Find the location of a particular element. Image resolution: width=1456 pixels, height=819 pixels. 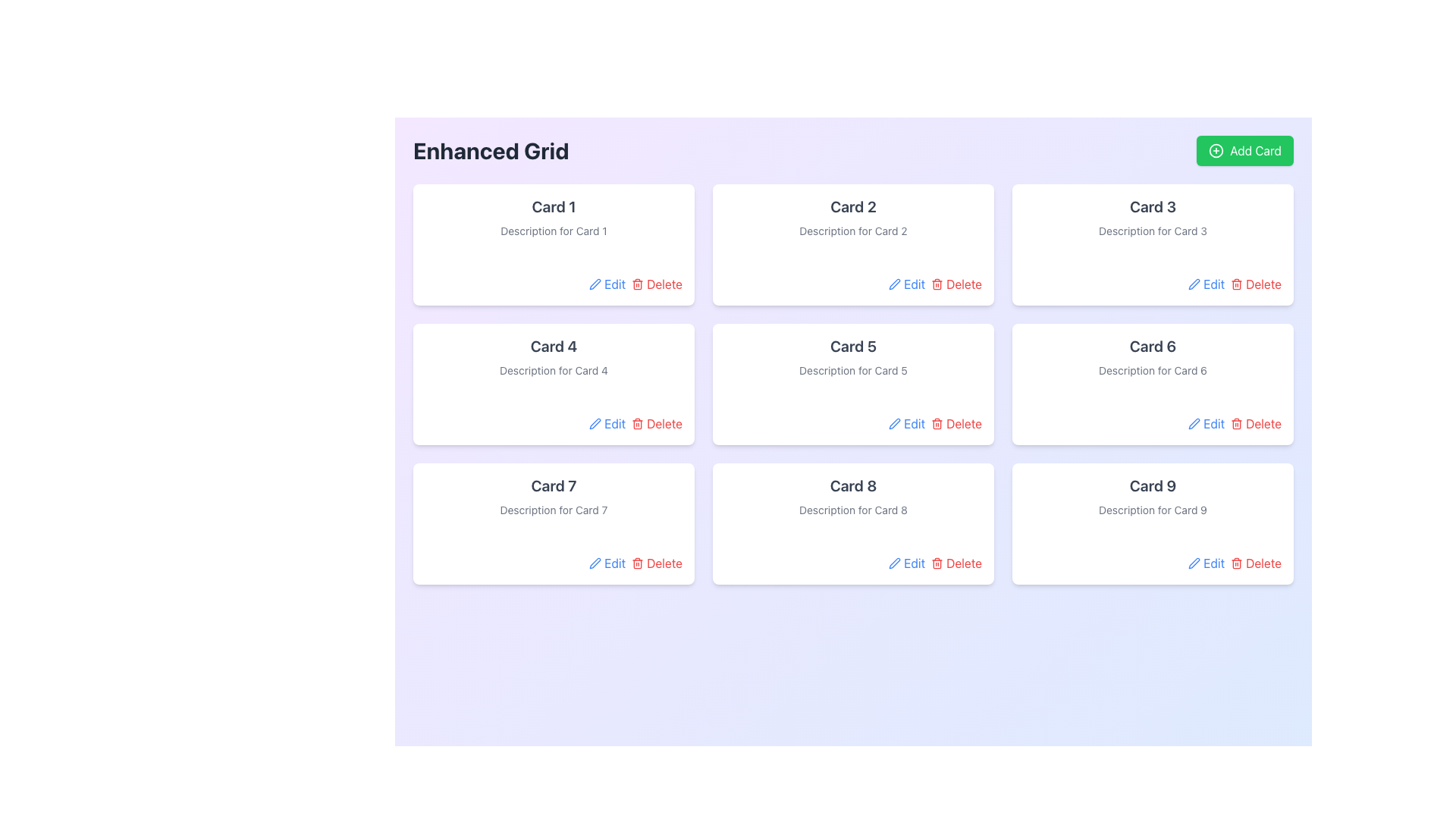

the 'Delete' button, which is the second button in the action row for 'Card 6' is located at coordinates (1256, 424).